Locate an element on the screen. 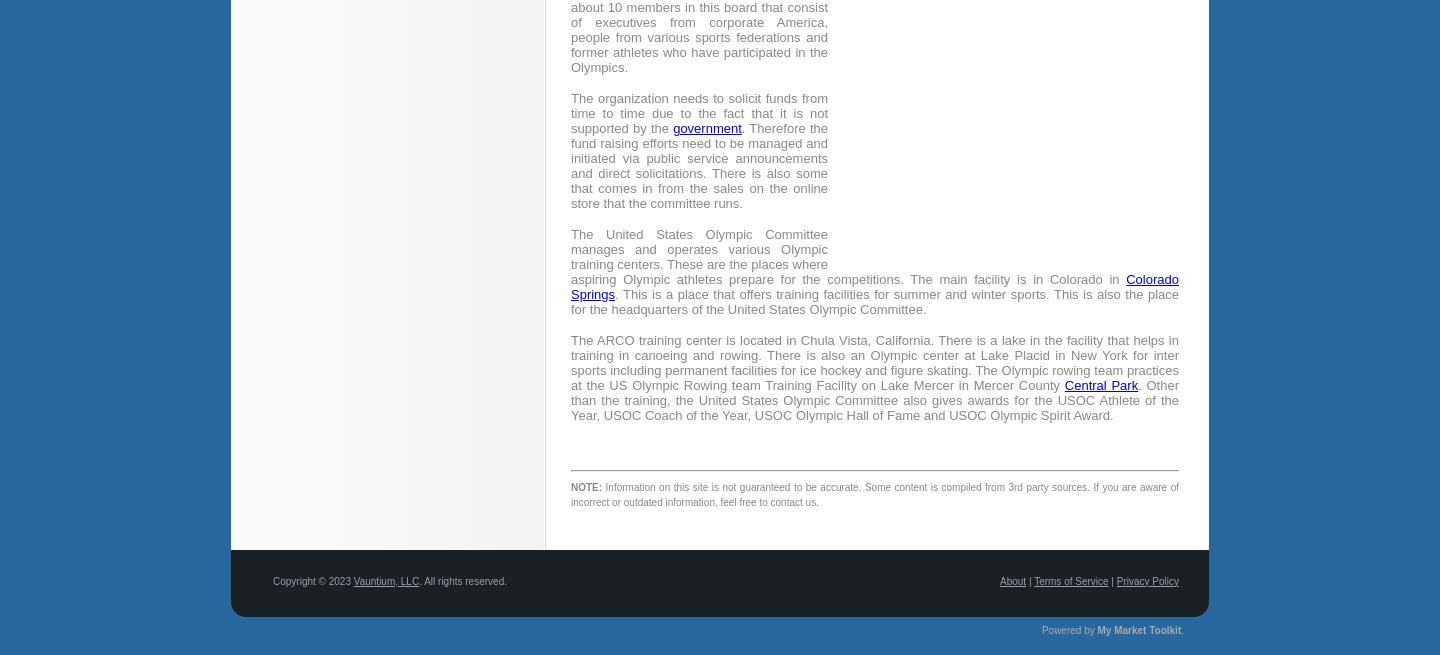  '.' is located at coordinates (1182, 629).